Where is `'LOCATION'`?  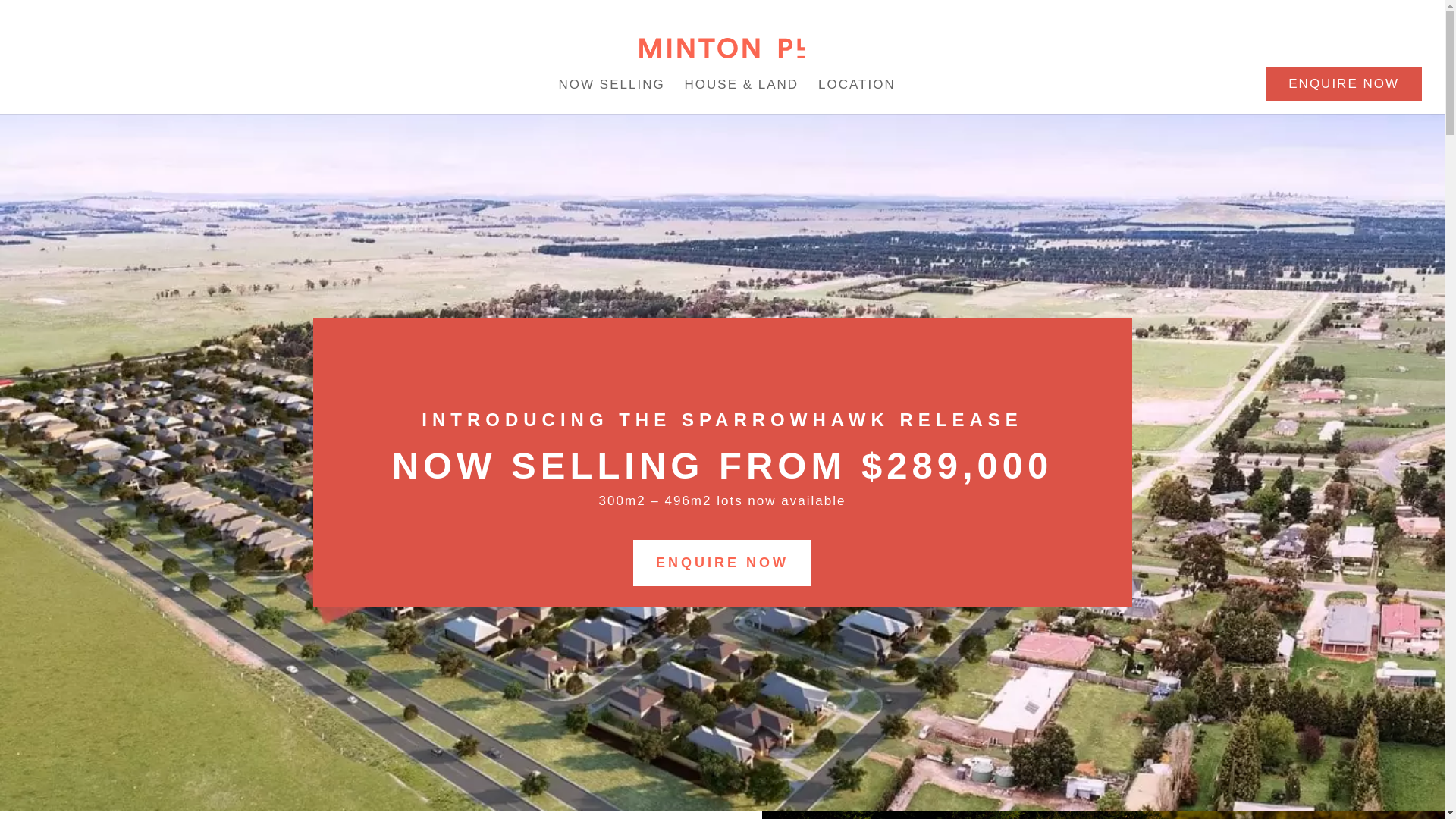
'LOCATION' is located at coordinates (856, 87).